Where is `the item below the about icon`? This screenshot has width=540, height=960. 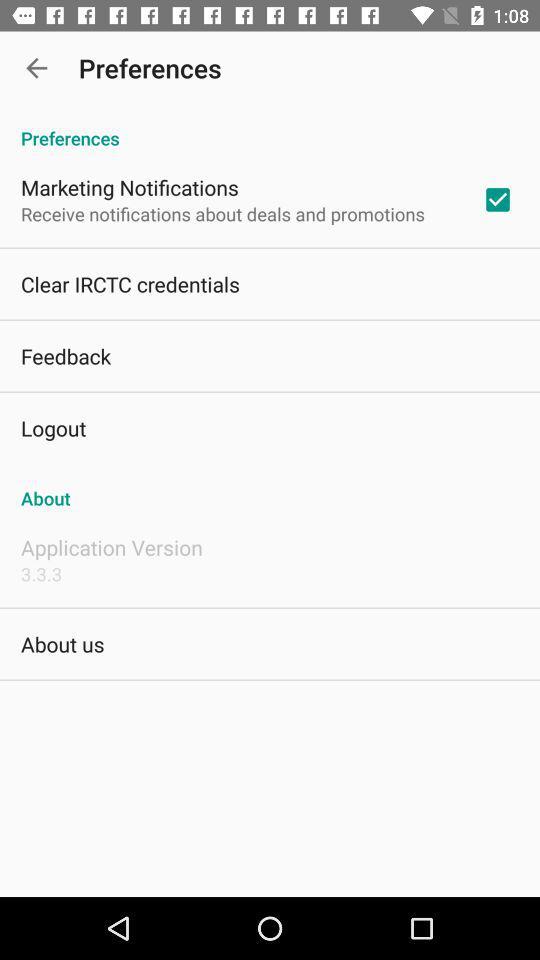
the item below the about icon is located at coordinates (111, 547).